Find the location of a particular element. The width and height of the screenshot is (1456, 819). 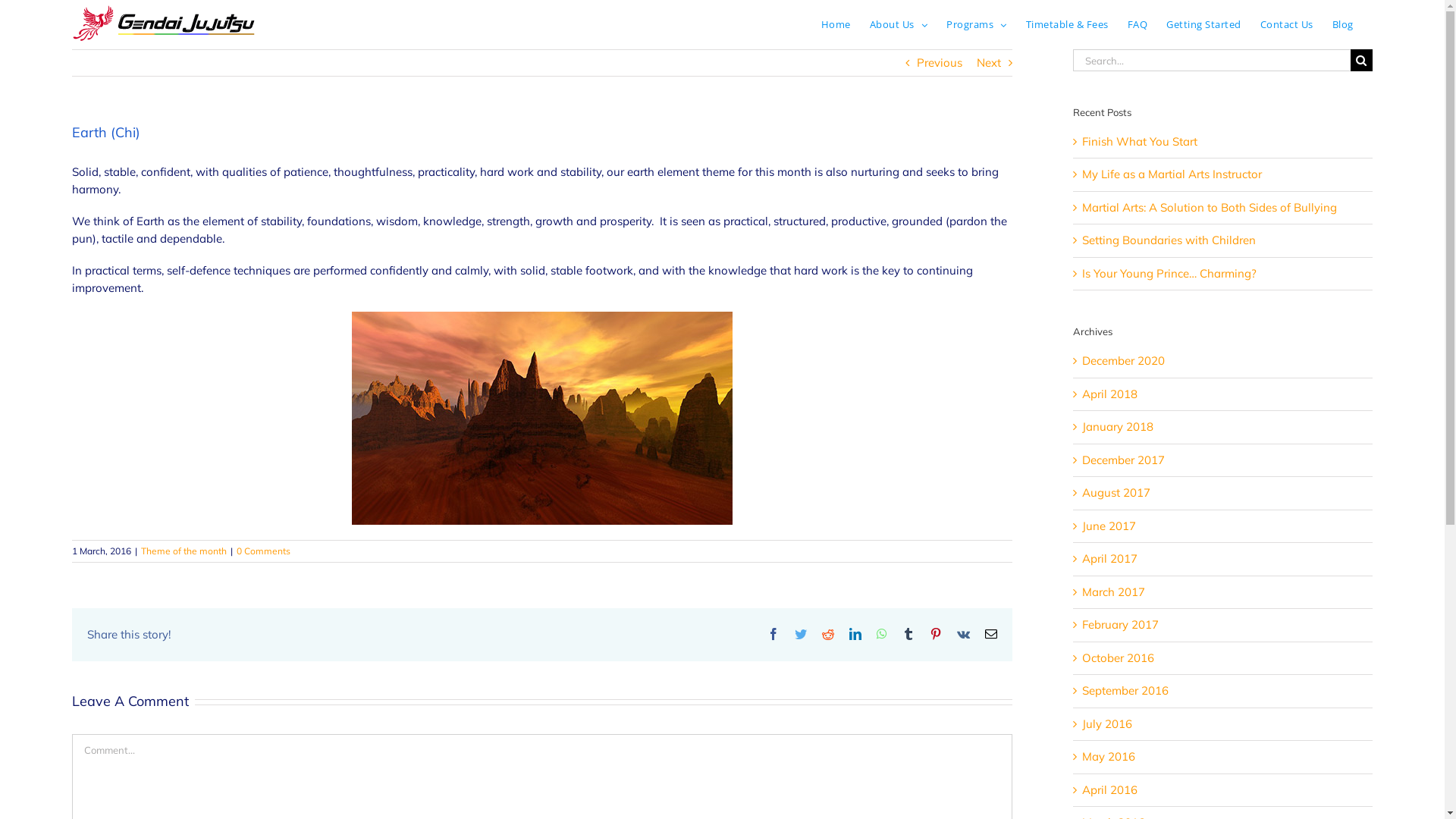

'April 2017' is located at coordinates (1109, 558).